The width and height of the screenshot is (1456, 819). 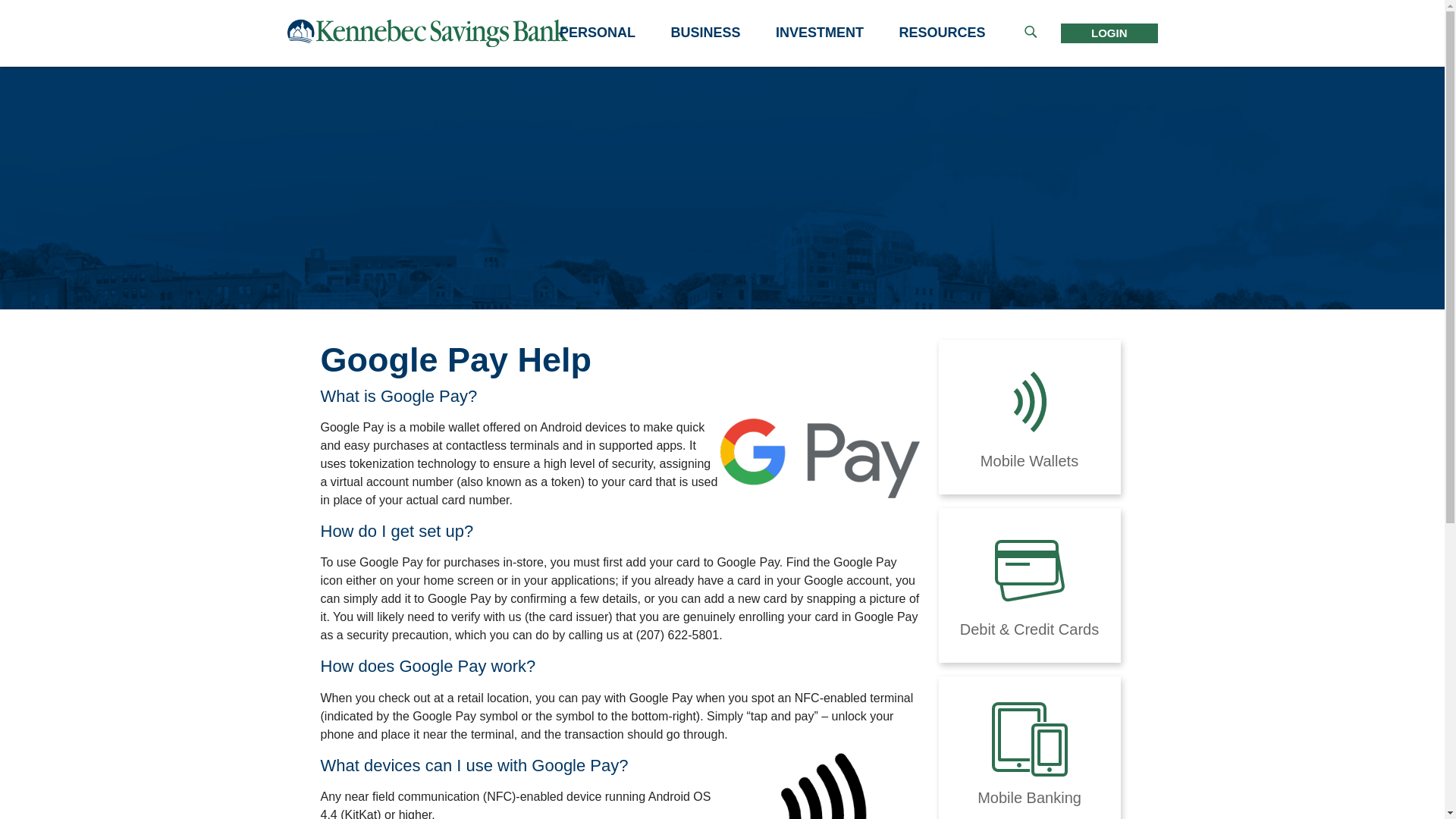 What do you see at coordinates (819, 457) in the screenshot?
I see `'Google Pay'` at bounding box center [819, 457].